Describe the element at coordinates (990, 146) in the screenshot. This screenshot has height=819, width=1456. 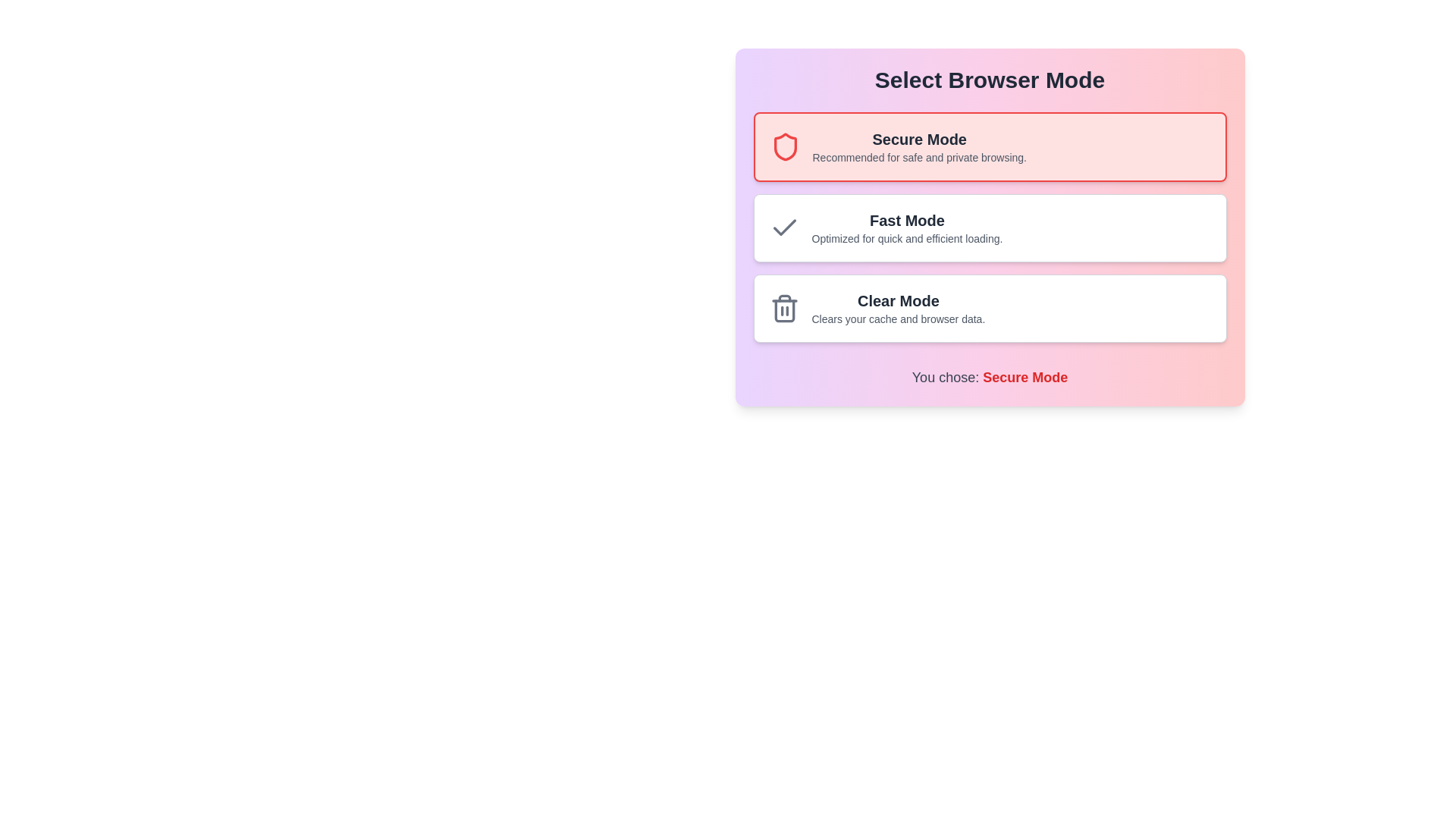
I see `the 'Secure Mode' option in the selection menu, which is the first item with a light red background and a shield icon` at that location.